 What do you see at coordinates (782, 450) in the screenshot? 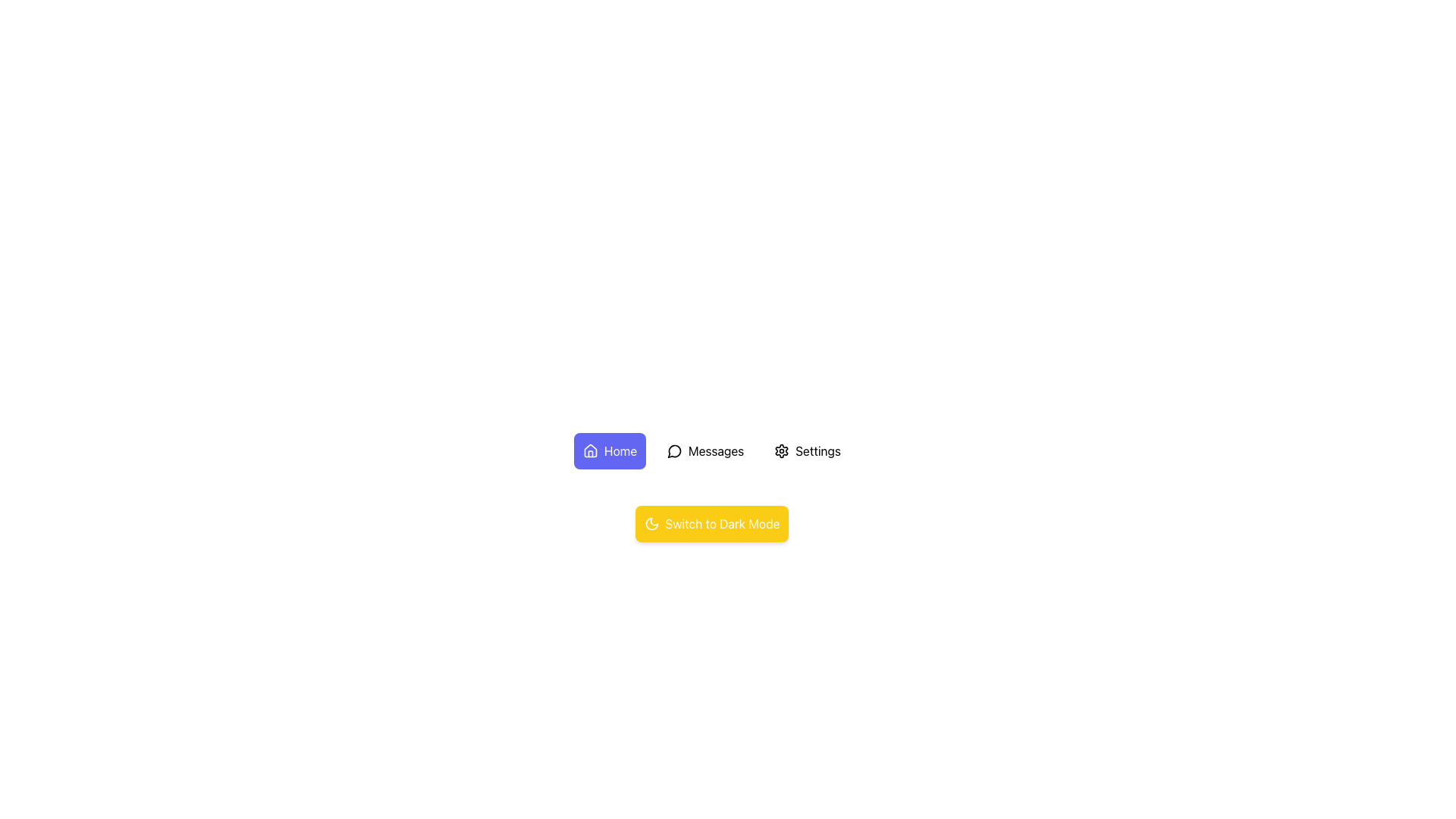
I see `the cogwheel icon on the 'Settings' button, which is the third button in a horizontal row of three buttons` at bounding box center [782, 450].